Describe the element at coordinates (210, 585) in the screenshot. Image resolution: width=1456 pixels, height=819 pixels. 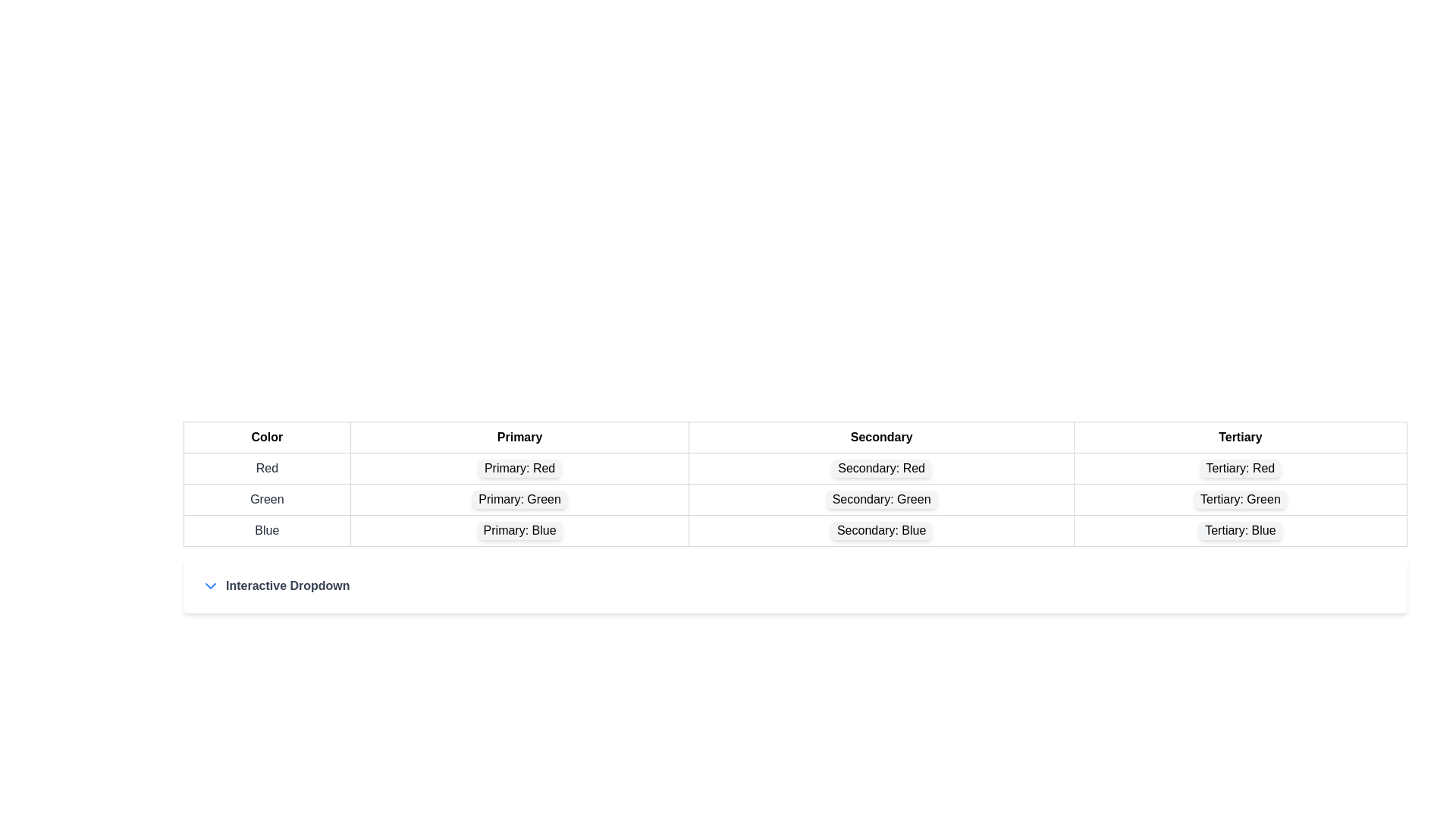
I see `the blue downward-pointing chevron icon located to the left of the 'Interactive Dropdown' text` at that location.